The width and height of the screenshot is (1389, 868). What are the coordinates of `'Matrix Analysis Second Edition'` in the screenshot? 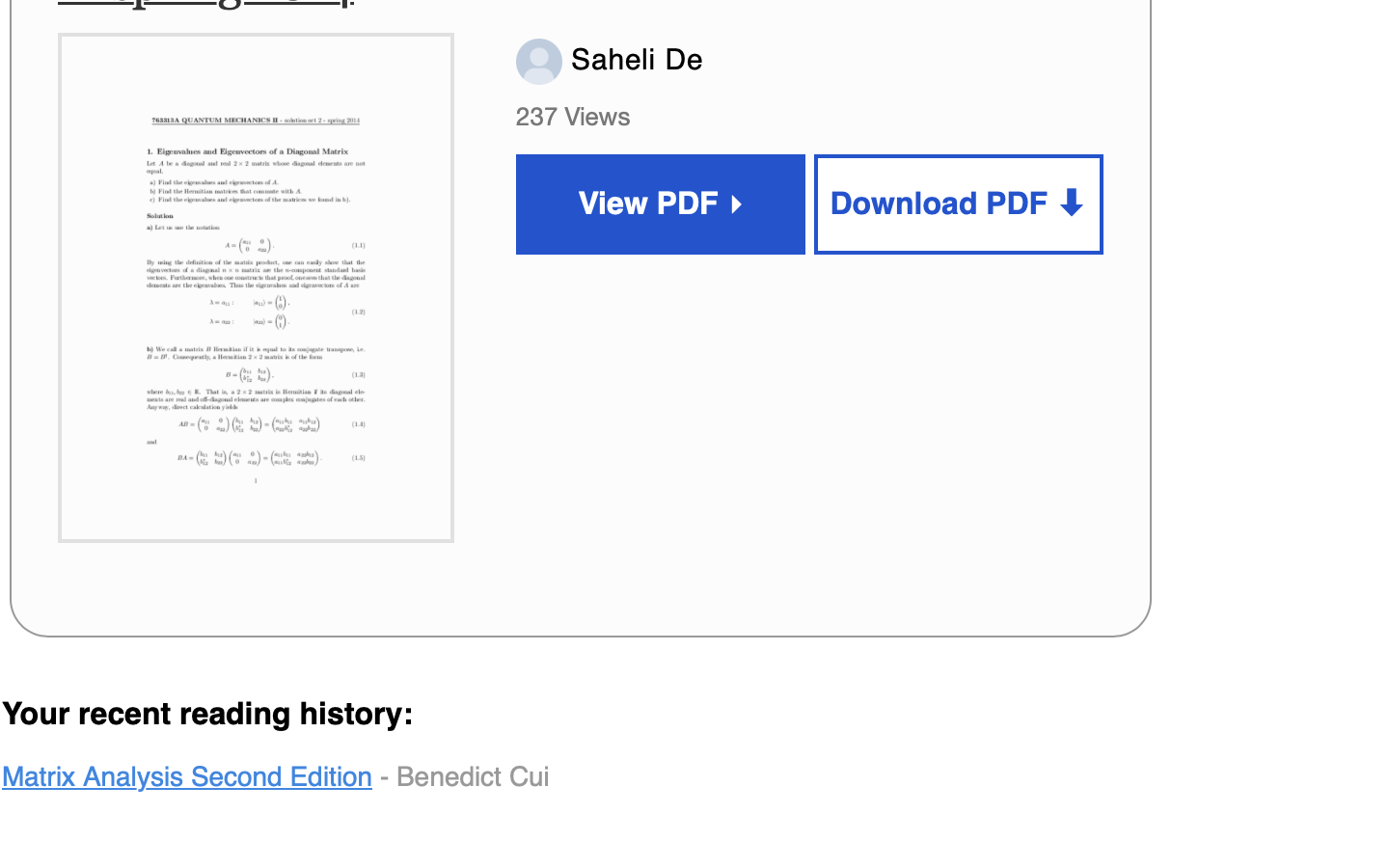 It's located at (187, 775).